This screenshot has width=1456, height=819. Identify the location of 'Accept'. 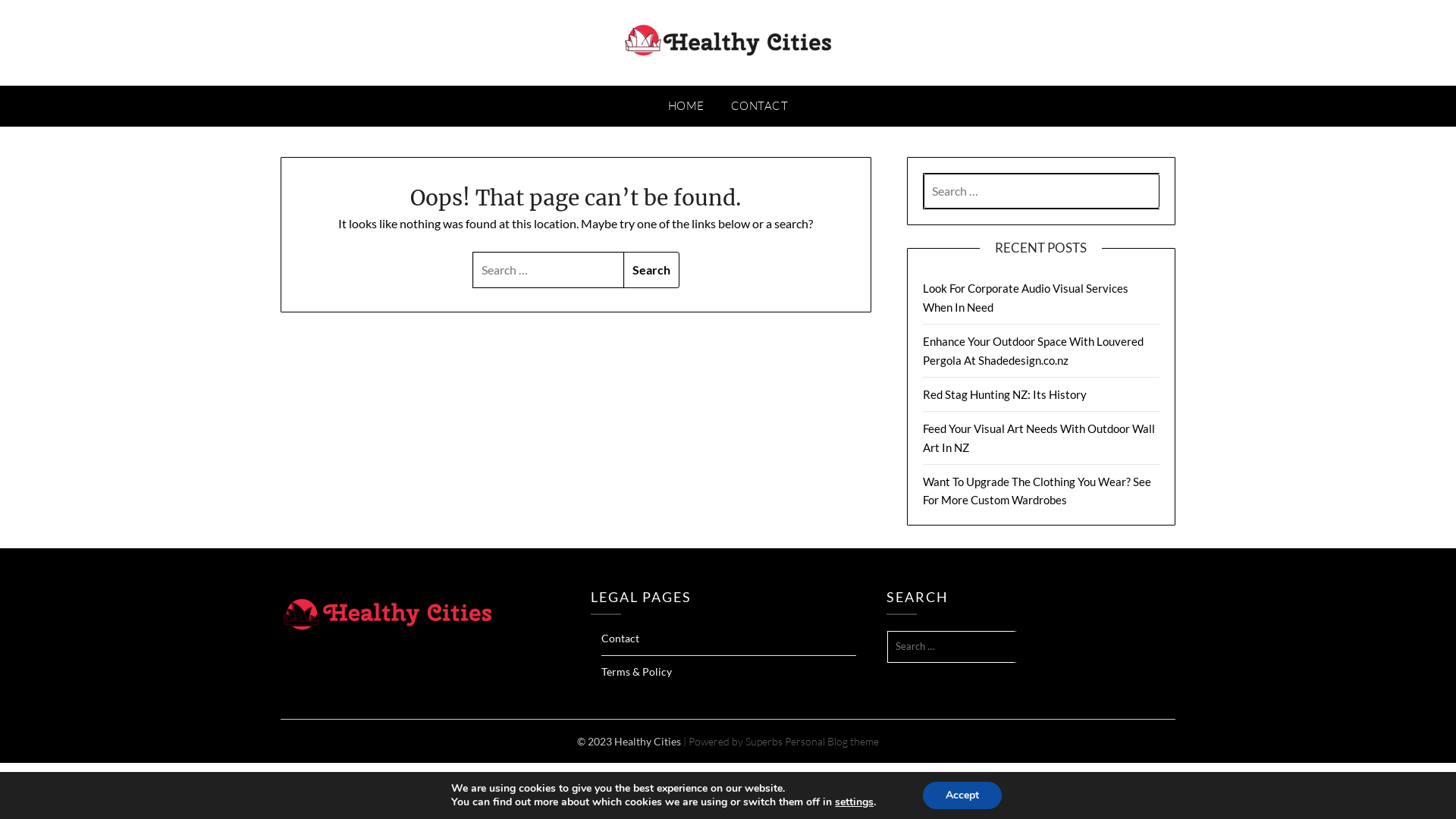
(961, 795).